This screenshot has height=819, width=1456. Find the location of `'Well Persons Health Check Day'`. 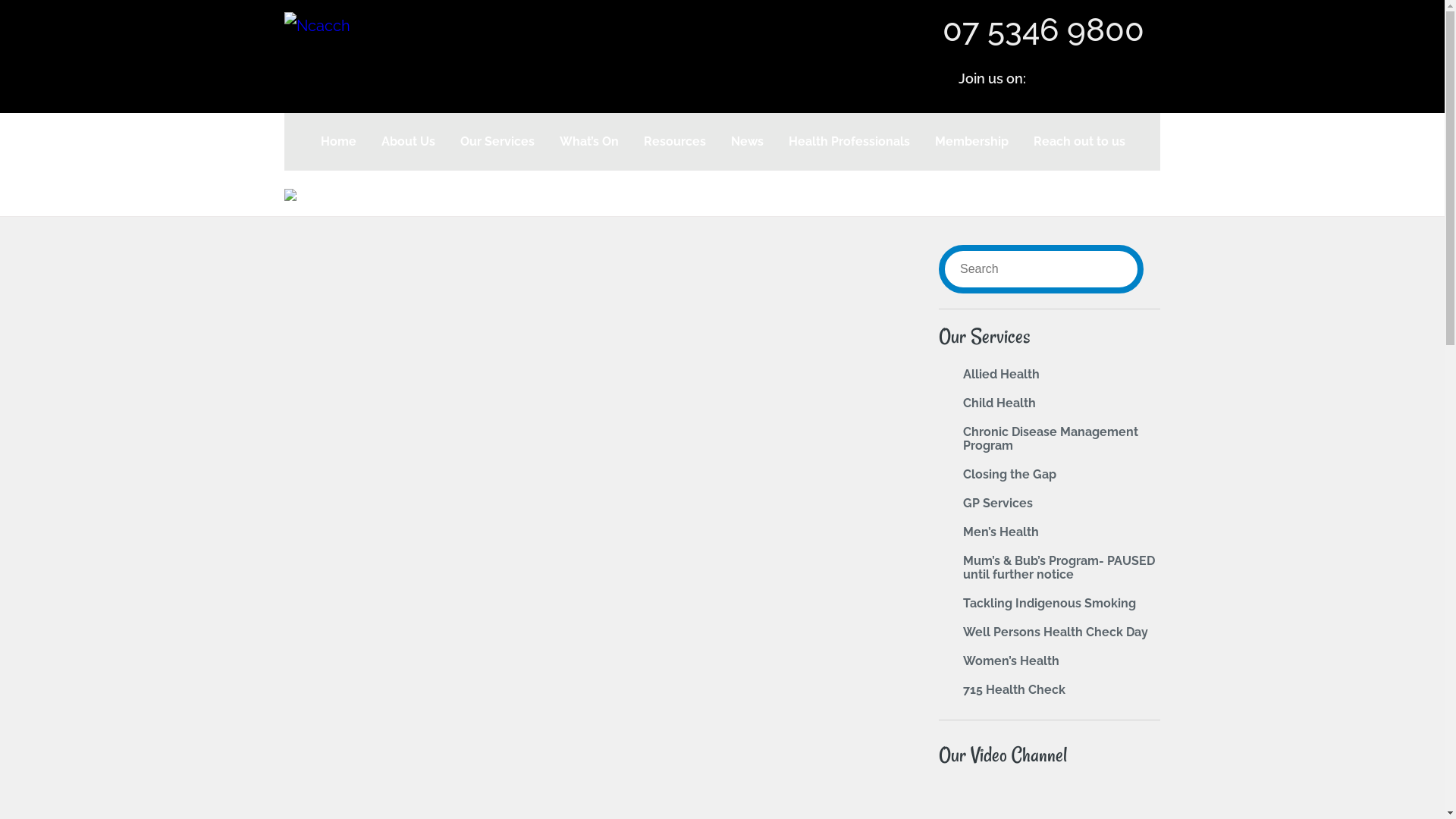

'Well Persons Health Check Day' is located at coordinates (1055, 632).